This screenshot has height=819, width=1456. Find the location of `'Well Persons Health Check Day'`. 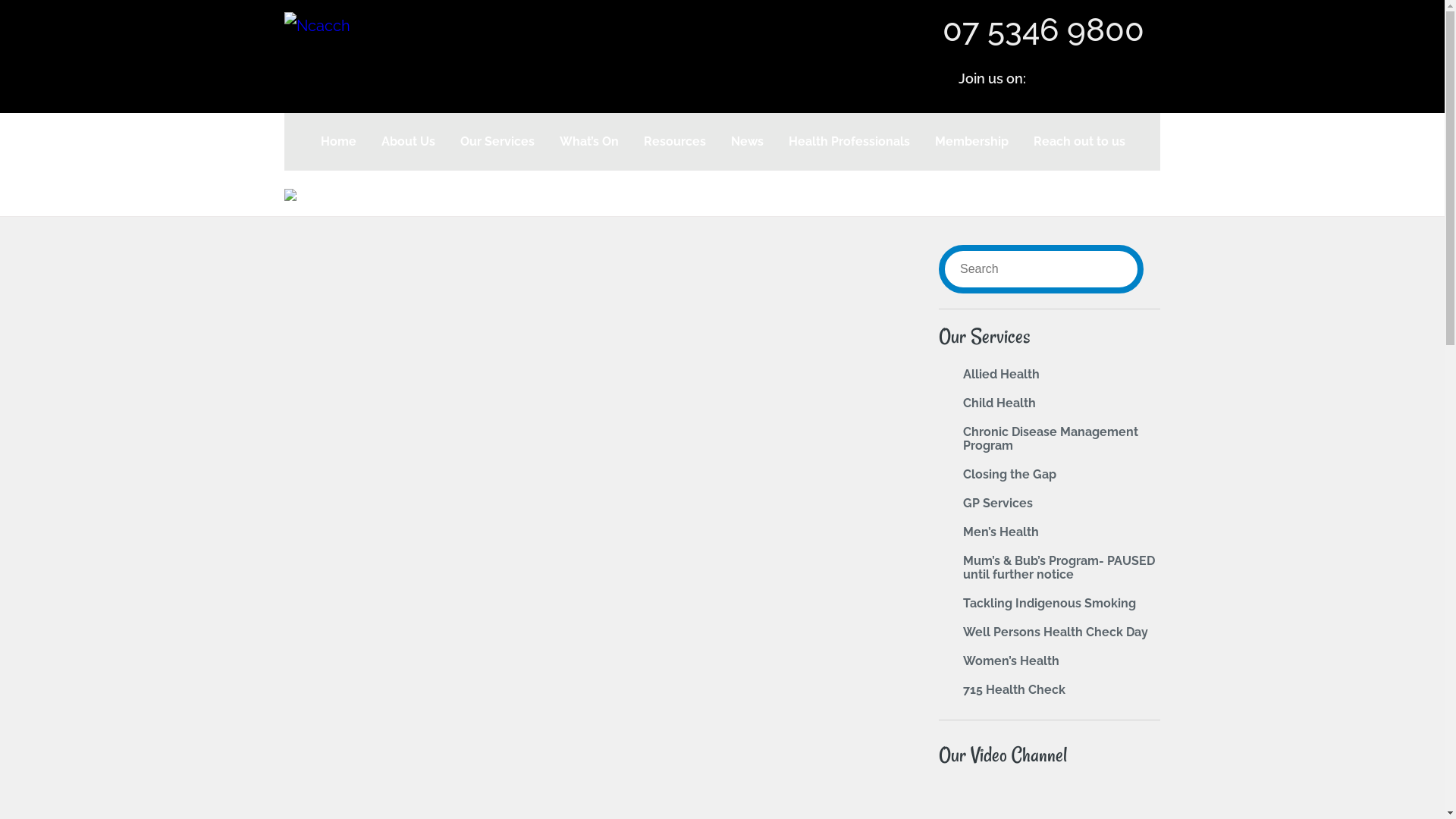

'Well Persons Health Check Day' is located at coordinates (1055, 632).